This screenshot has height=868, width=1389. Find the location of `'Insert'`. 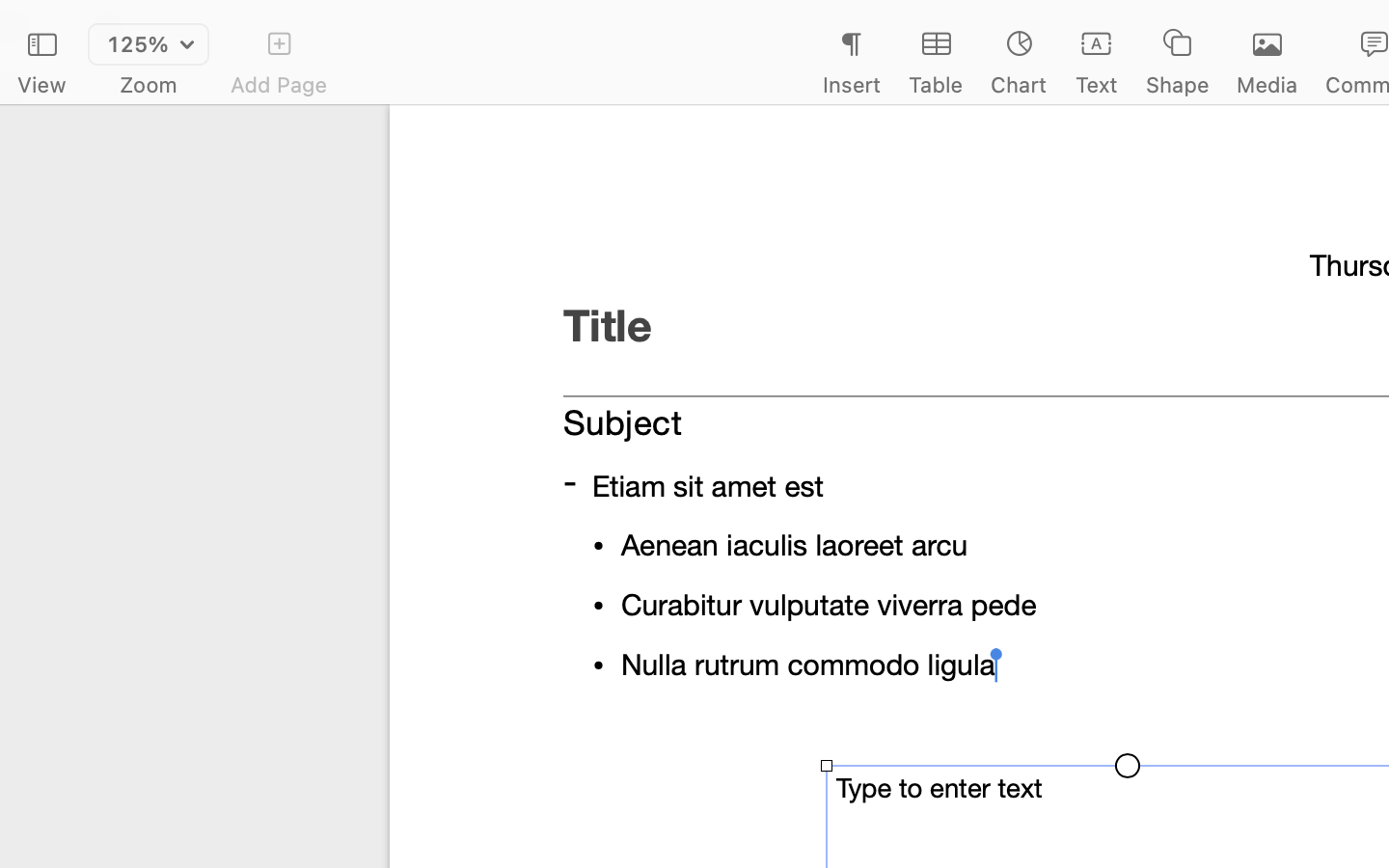

'Insert' is located at coordinates (850, 84).